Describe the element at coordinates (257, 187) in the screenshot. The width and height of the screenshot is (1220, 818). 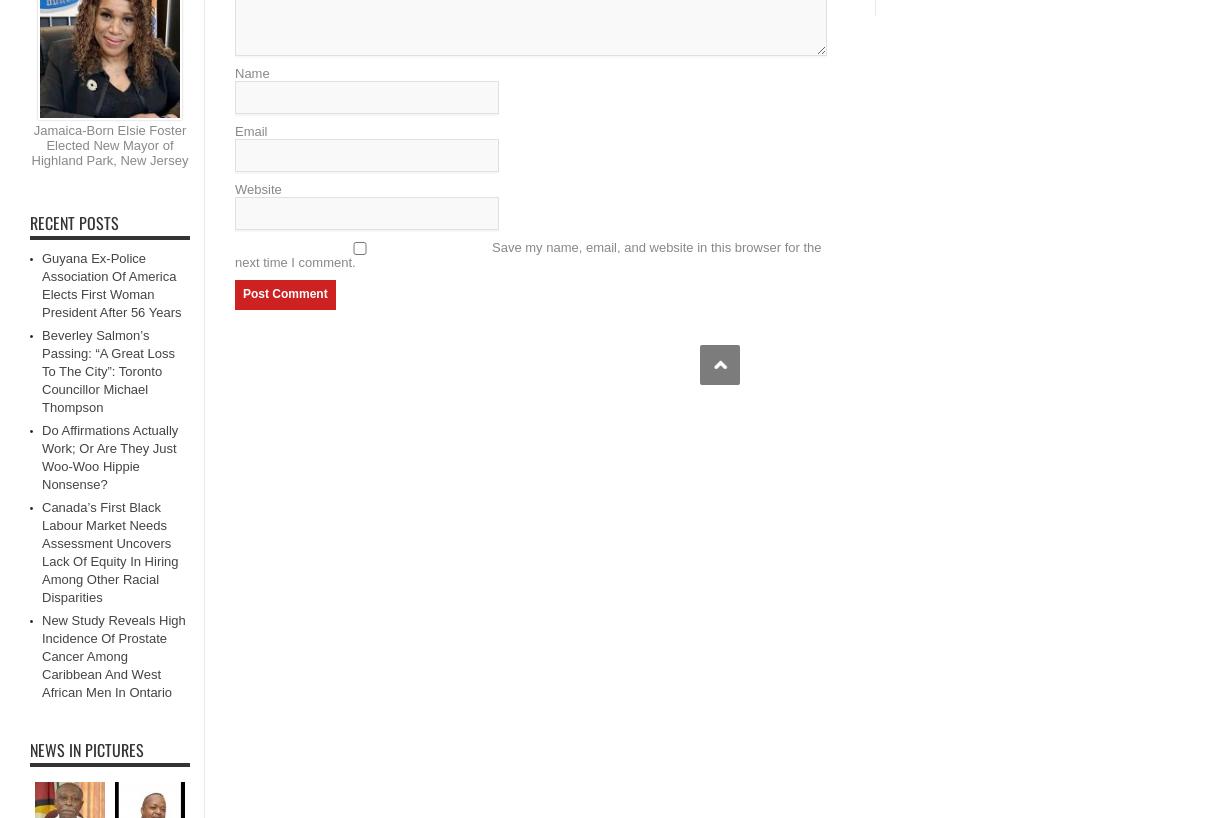
I see `'Website'` at that location.